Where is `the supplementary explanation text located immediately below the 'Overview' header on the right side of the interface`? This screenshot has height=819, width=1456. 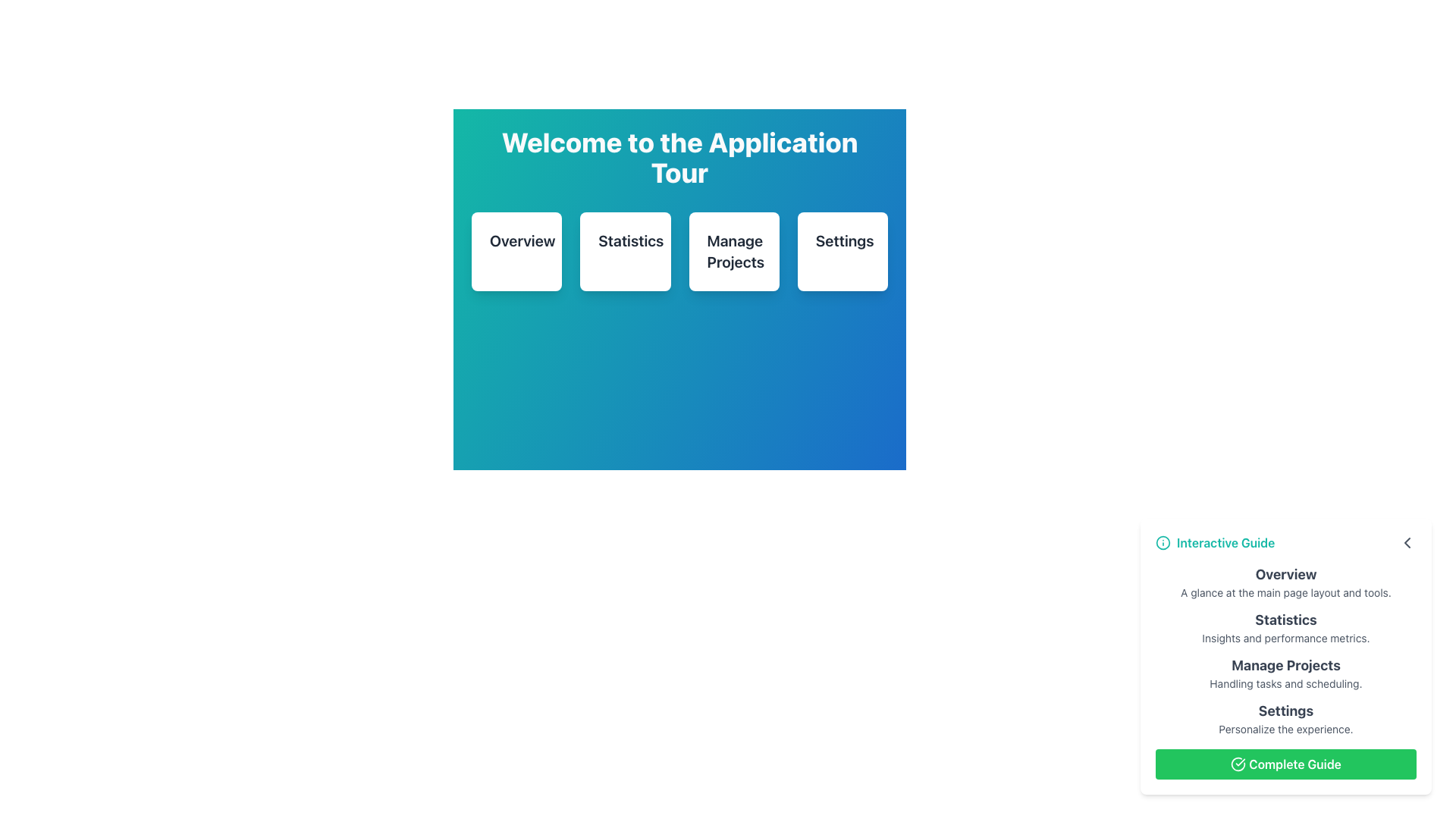 the supplementary explanation text located immediately below the 'Overview' header on the right side of the interface is located at coordinates (1285, 592).